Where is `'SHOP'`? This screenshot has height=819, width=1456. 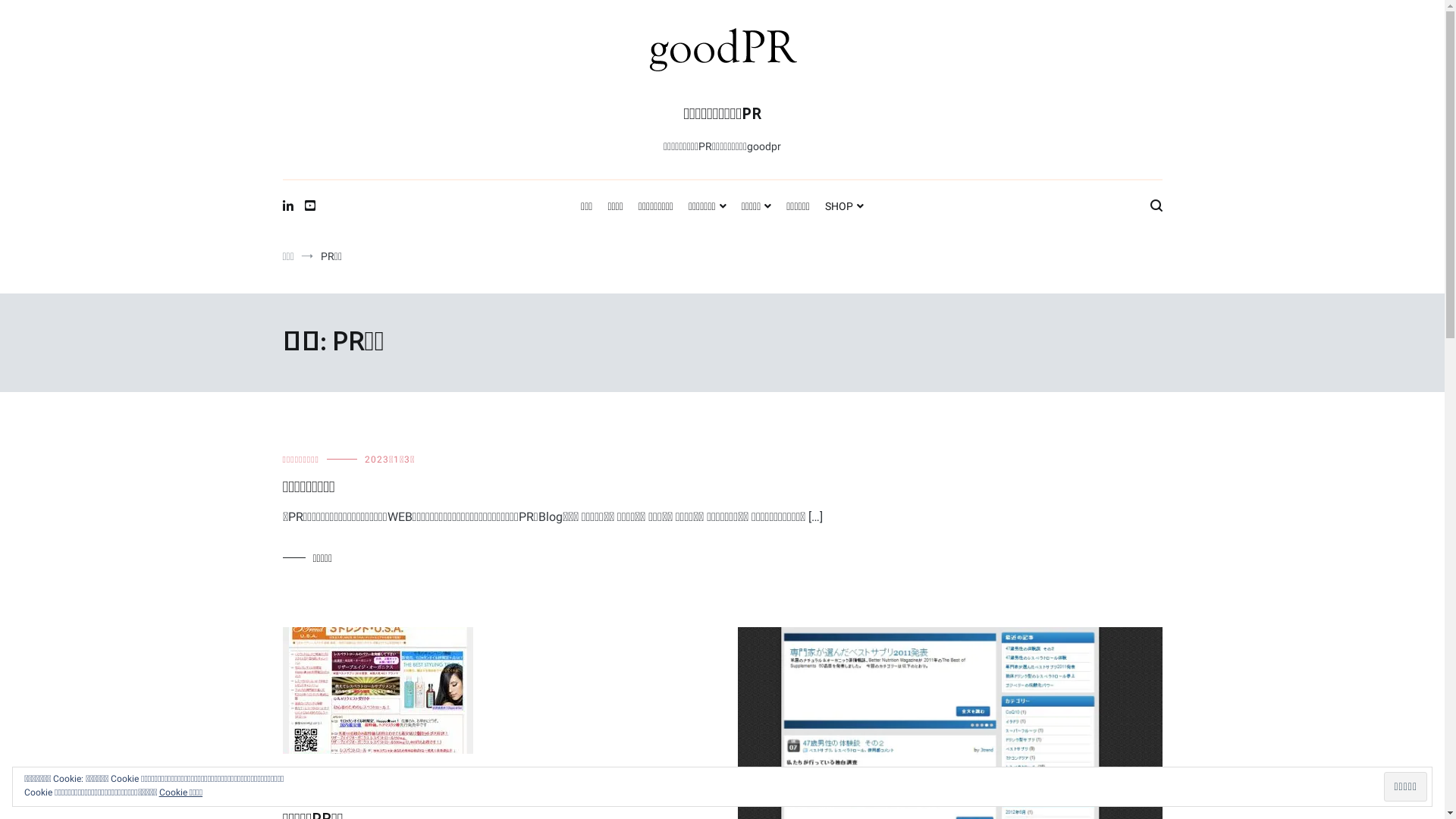
'SHOP' is located at coordinates (843, 207).